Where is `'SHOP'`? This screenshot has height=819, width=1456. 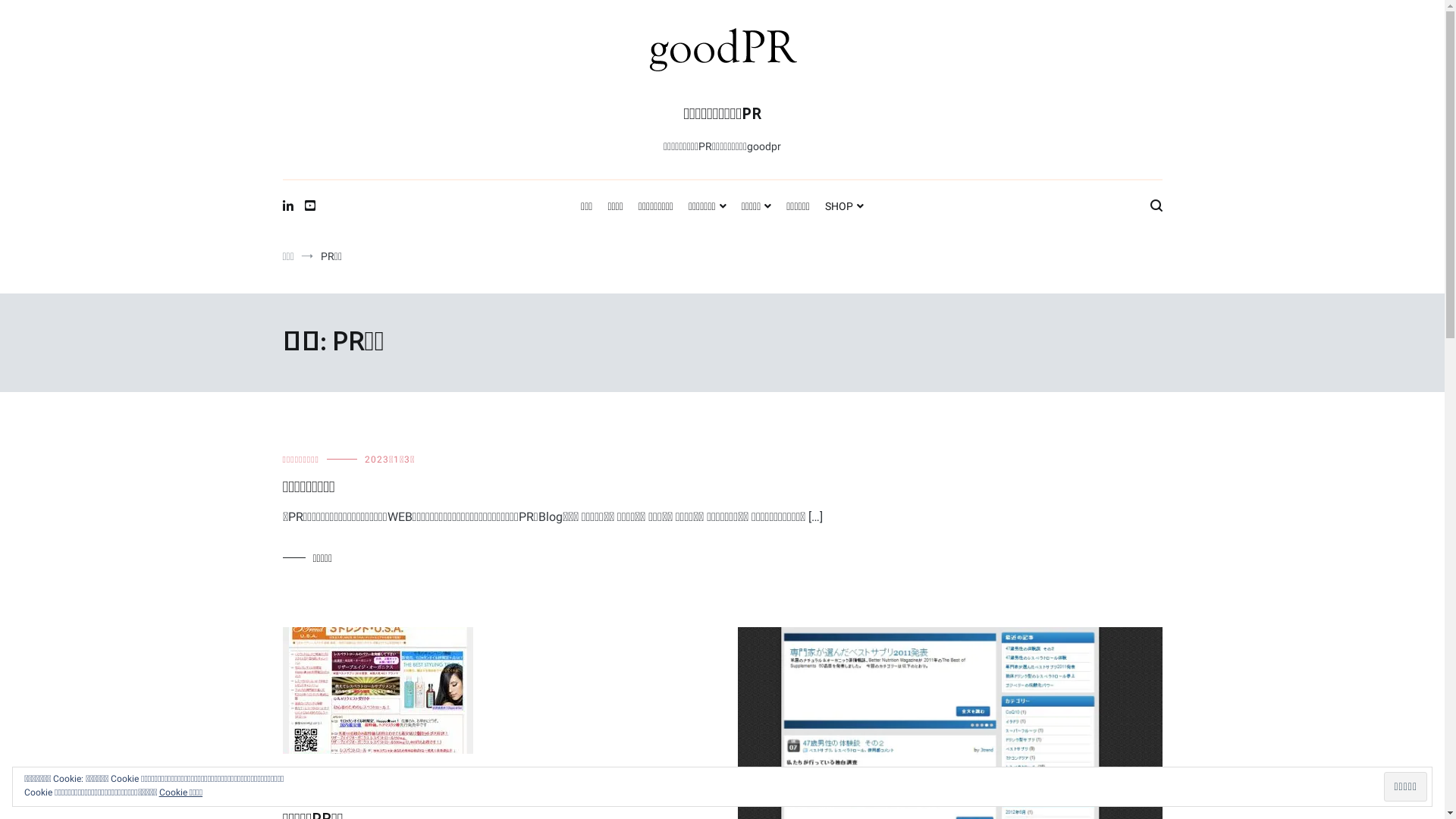
'SHOP' is located at coordinates (843, 207).